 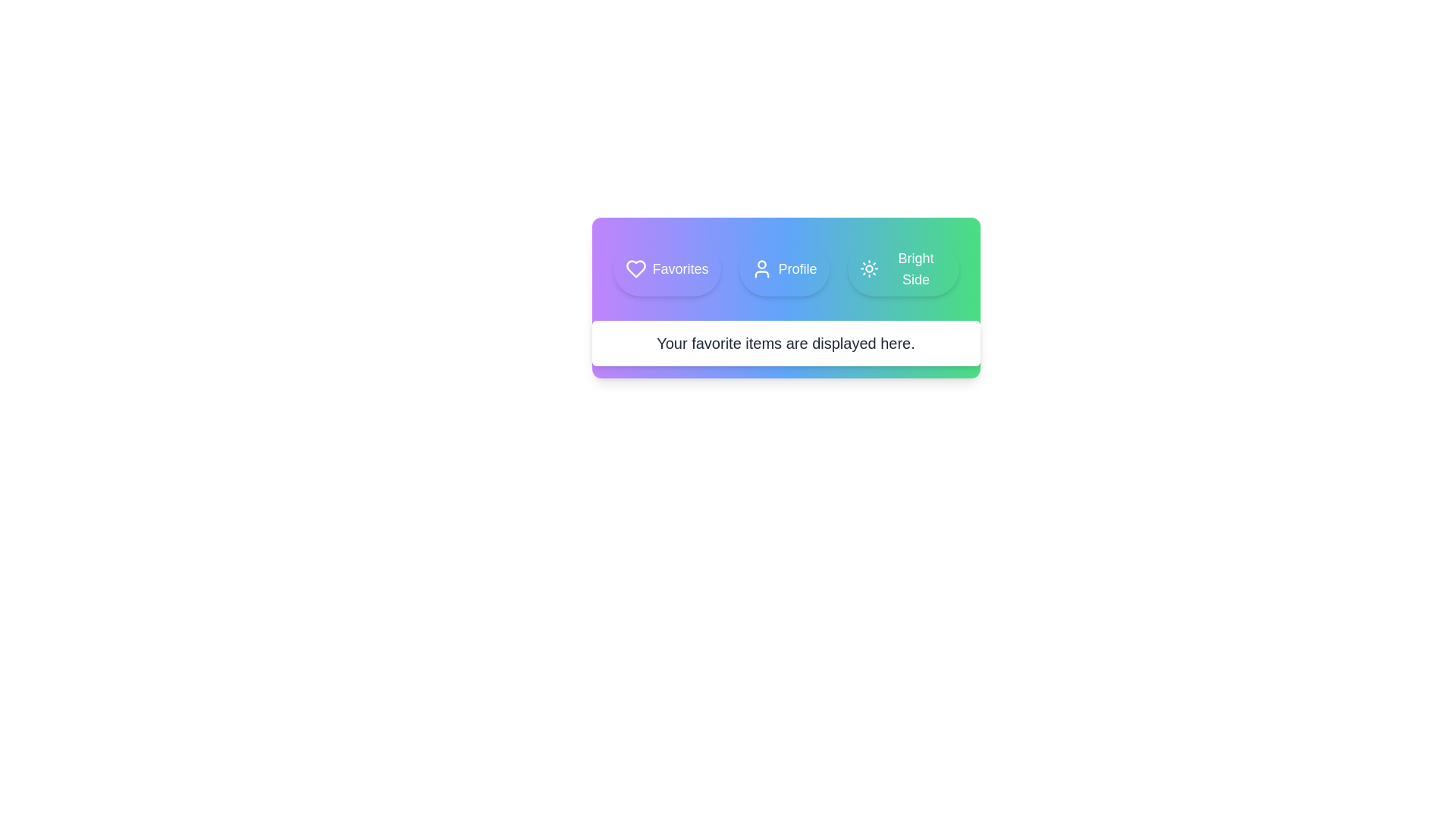 What do you see at coordinates (786, 343) in the screenshot?
I see `the displayed content of the active tab` at bounding box center [786, 343].